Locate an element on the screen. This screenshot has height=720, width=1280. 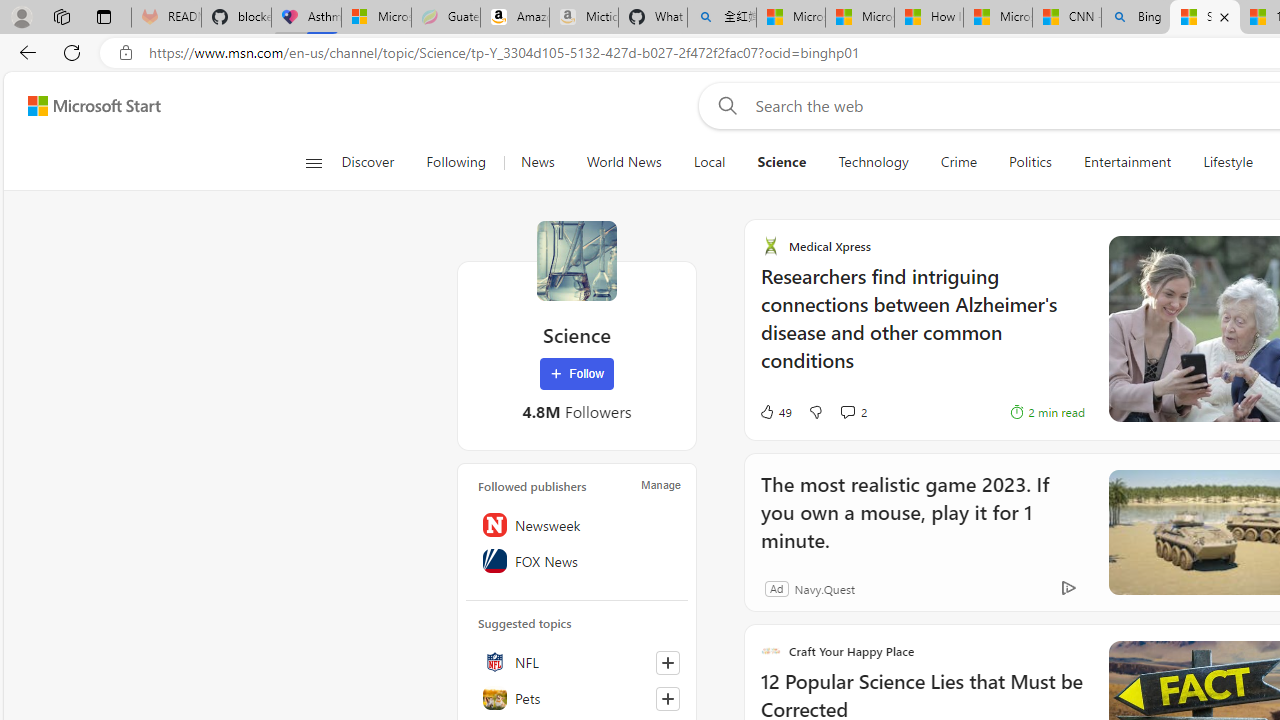
'Manage' is located at coordinates (661, 484).